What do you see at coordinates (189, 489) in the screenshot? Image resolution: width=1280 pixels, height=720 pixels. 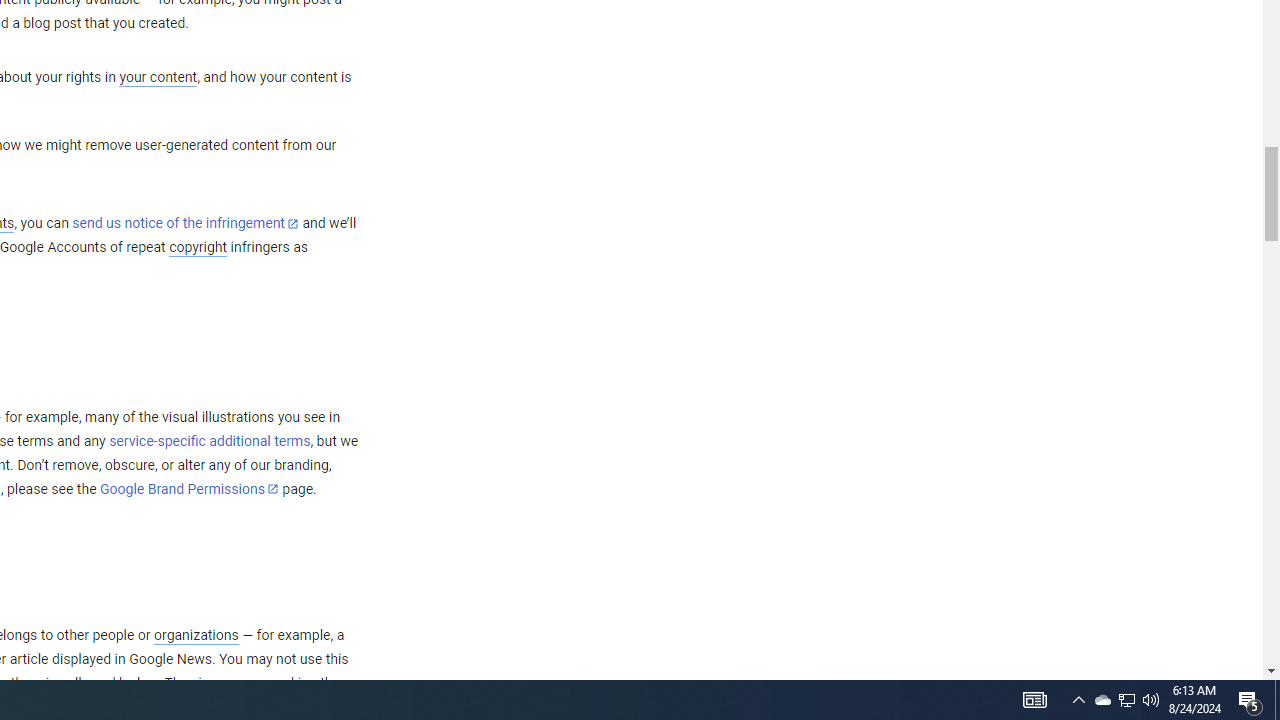 I see `'Google Brand Permissions'` at bounding box center [189, 489].